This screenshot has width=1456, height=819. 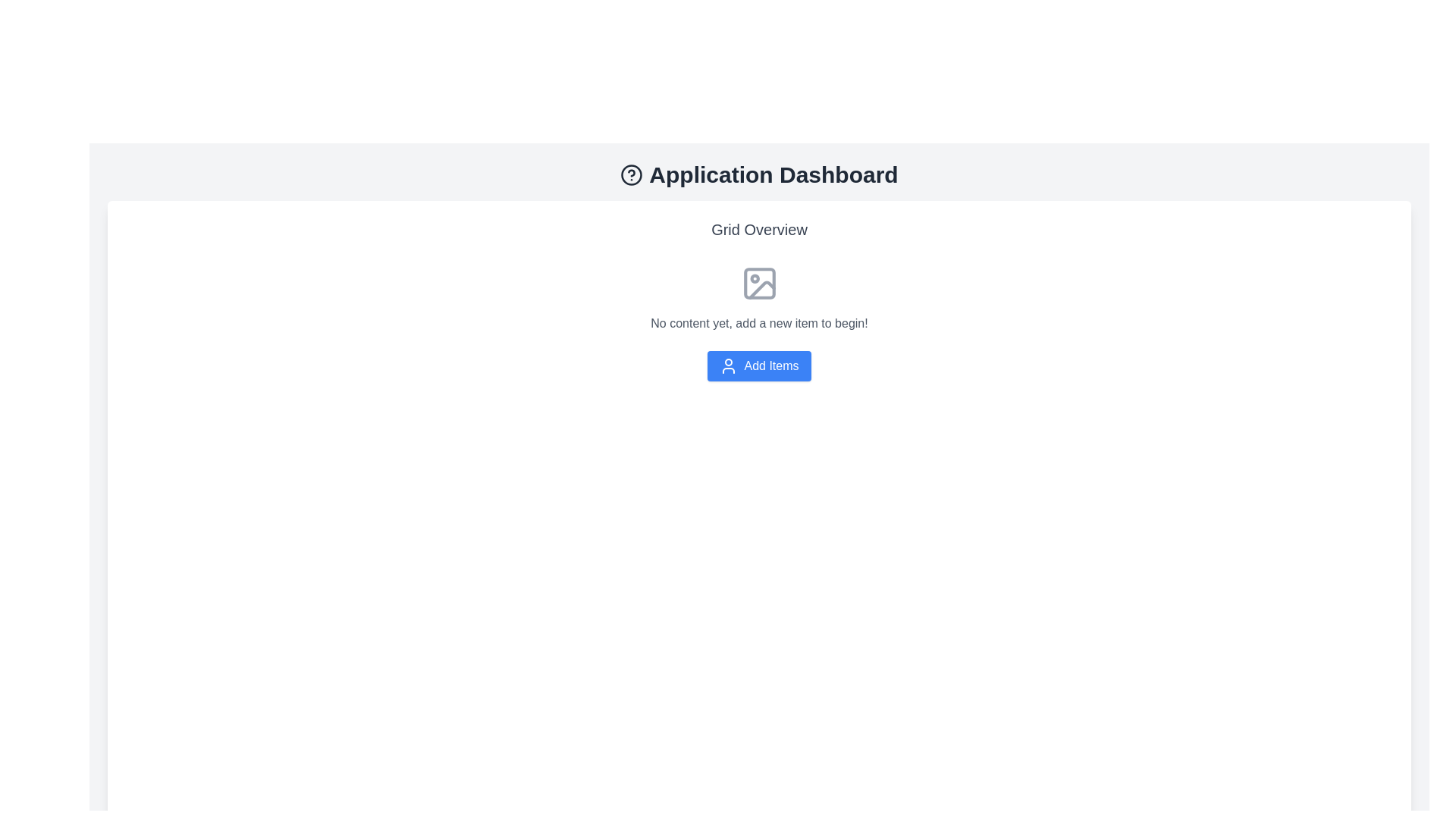 I want to click on the 'Grid Overview' text label, so click(x=759, y=230).